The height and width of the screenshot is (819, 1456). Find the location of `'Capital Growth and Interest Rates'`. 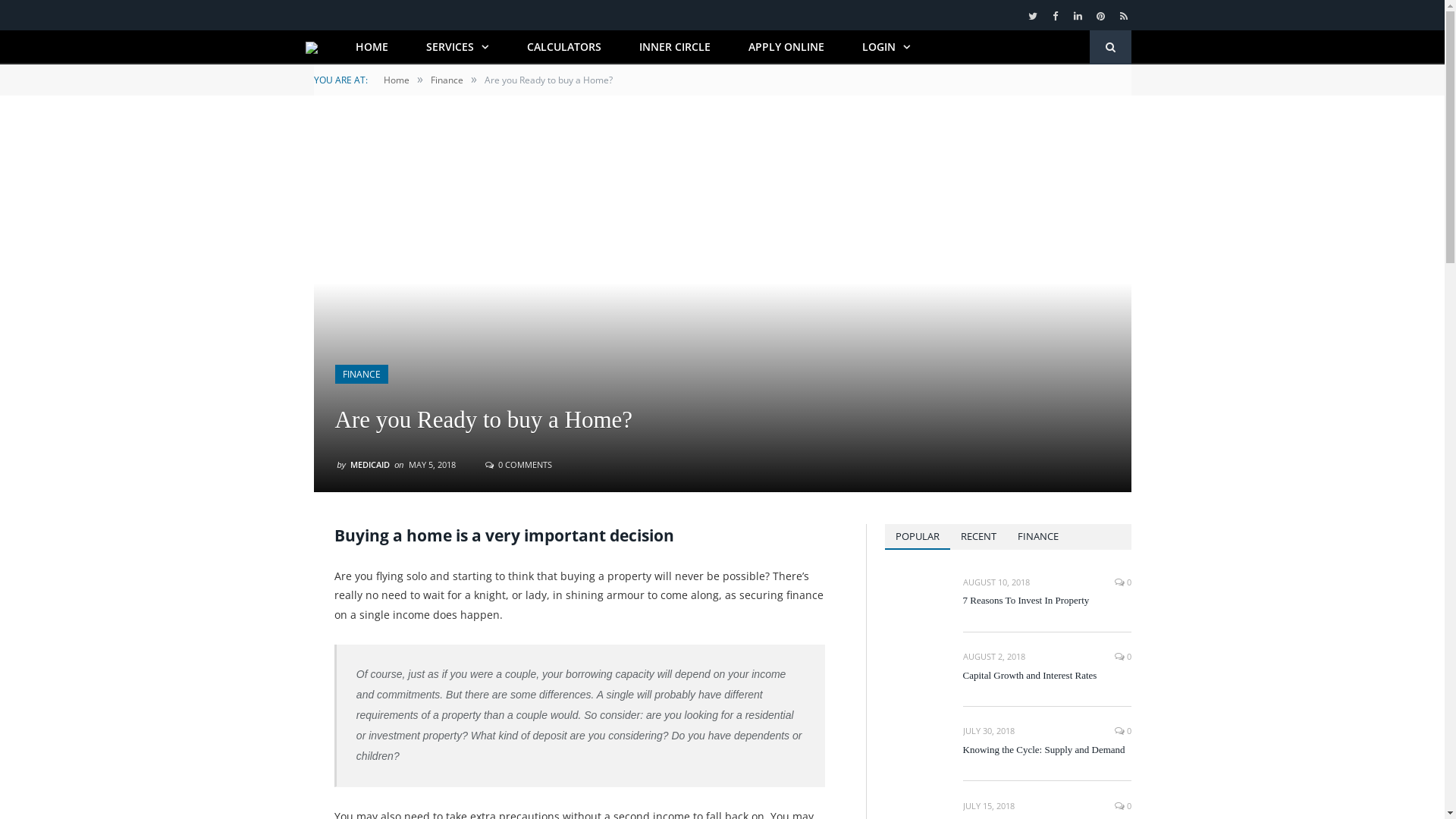

'Capital Growth and Interest Rates' is located at coordinates (1046, 675).